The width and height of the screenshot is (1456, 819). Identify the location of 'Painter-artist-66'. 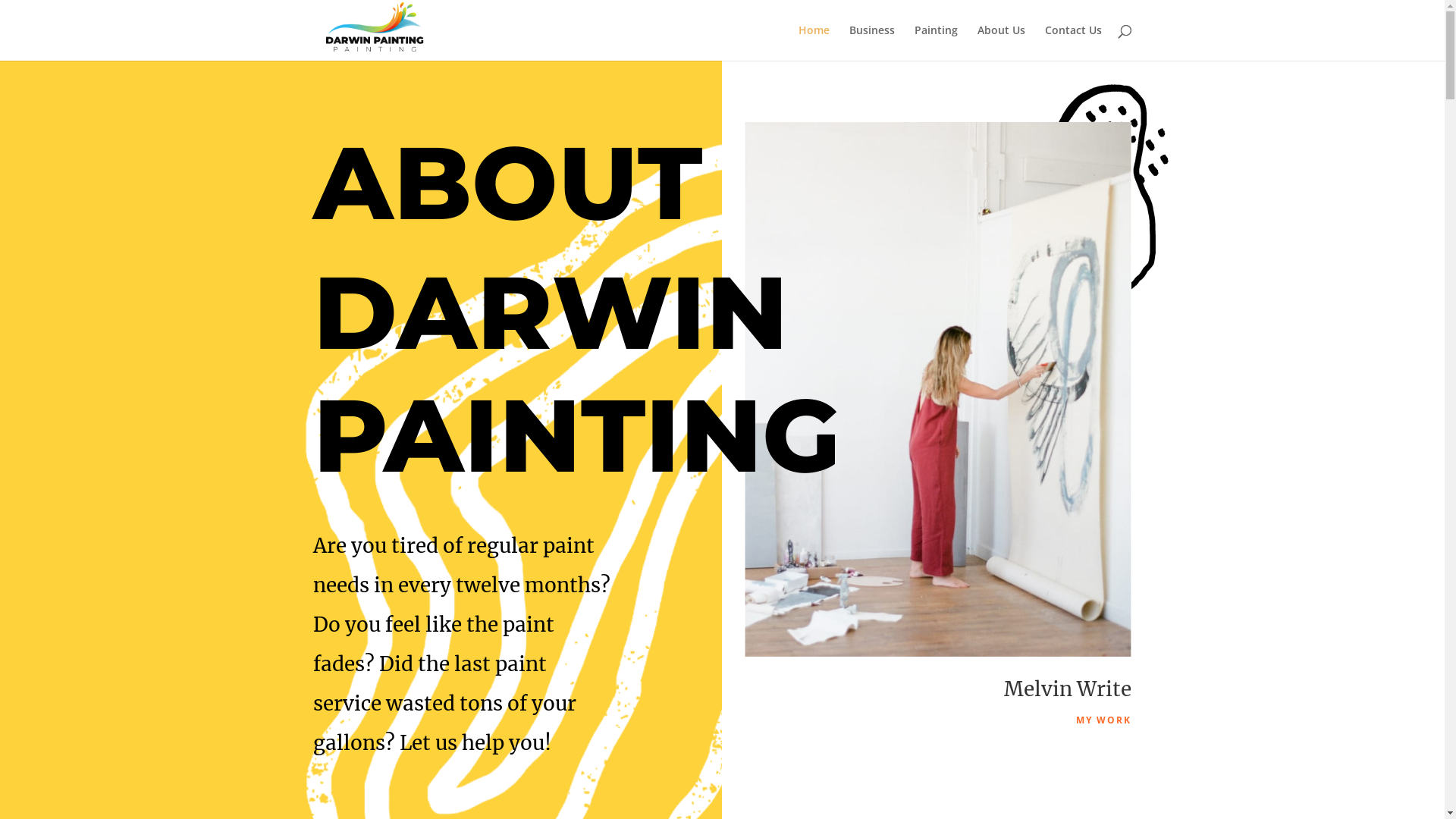
(937, 388).